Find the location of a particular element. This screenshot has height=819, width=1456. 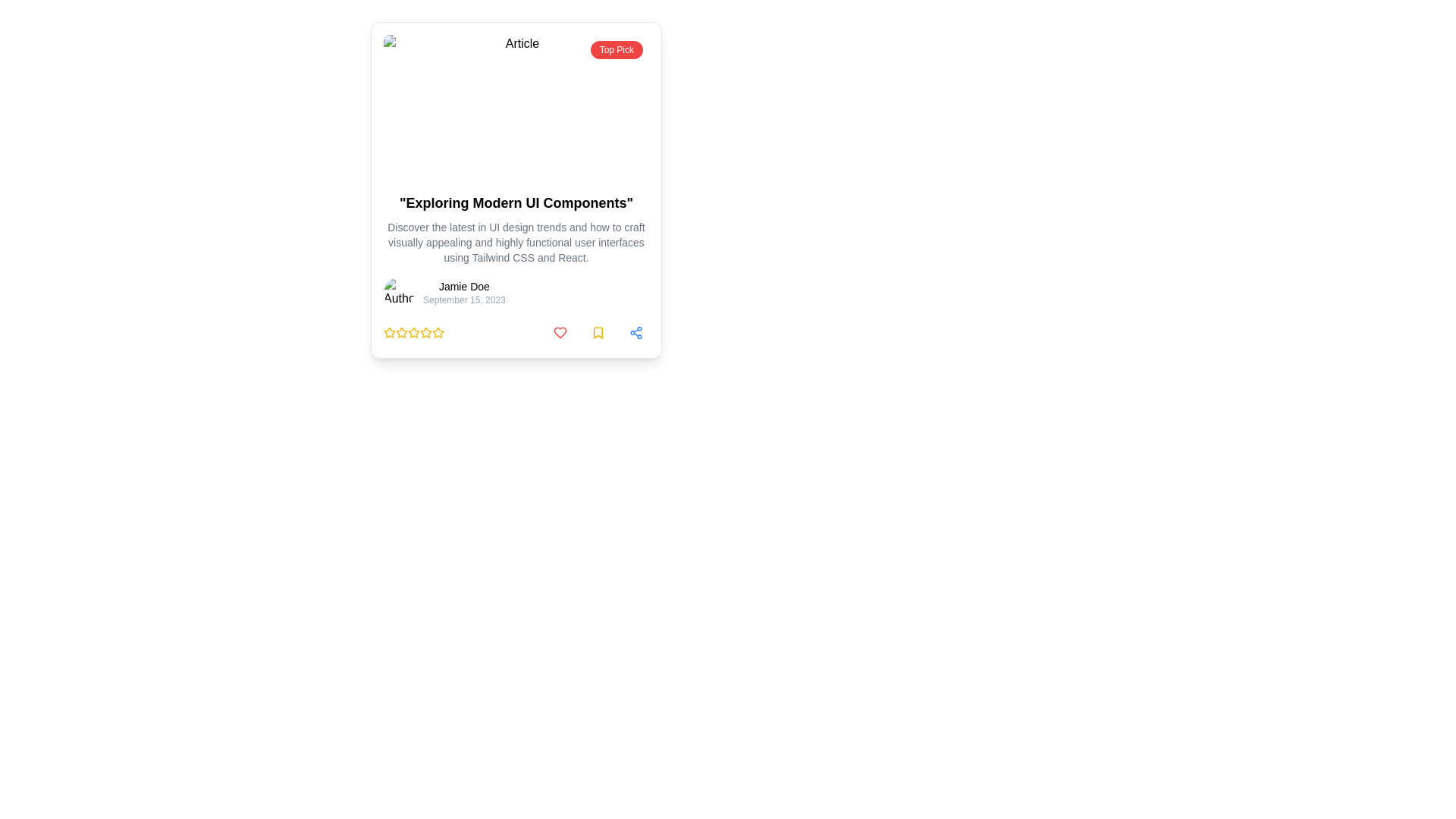

the fifth yellow star icon in the rating system to interact with it is located at coordinates (414, 332).